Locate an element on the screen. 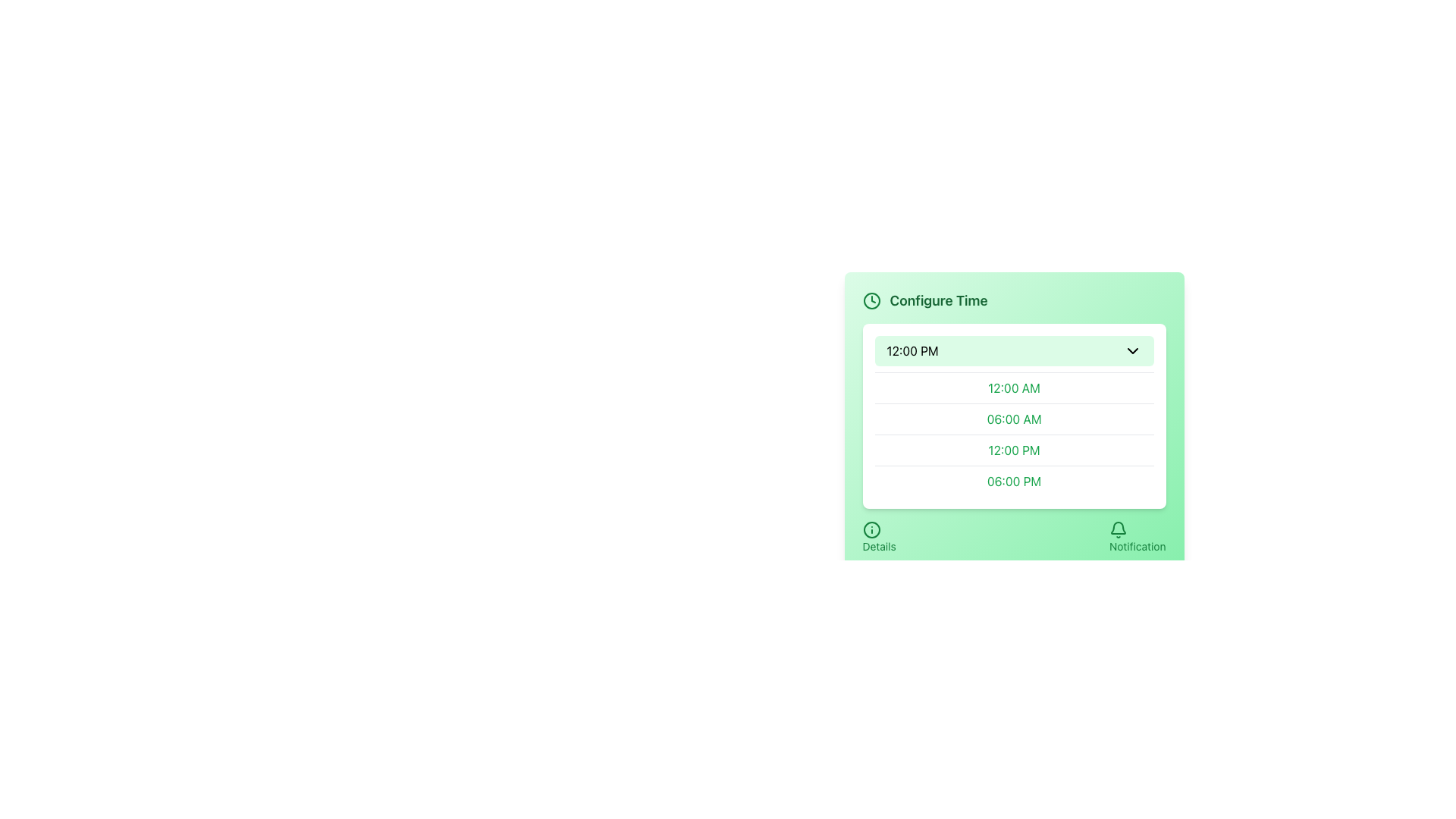  to select the time option '06:00 PM' from the dropdown menu, which is the last item in the list is located at coordinates (1014, 481).